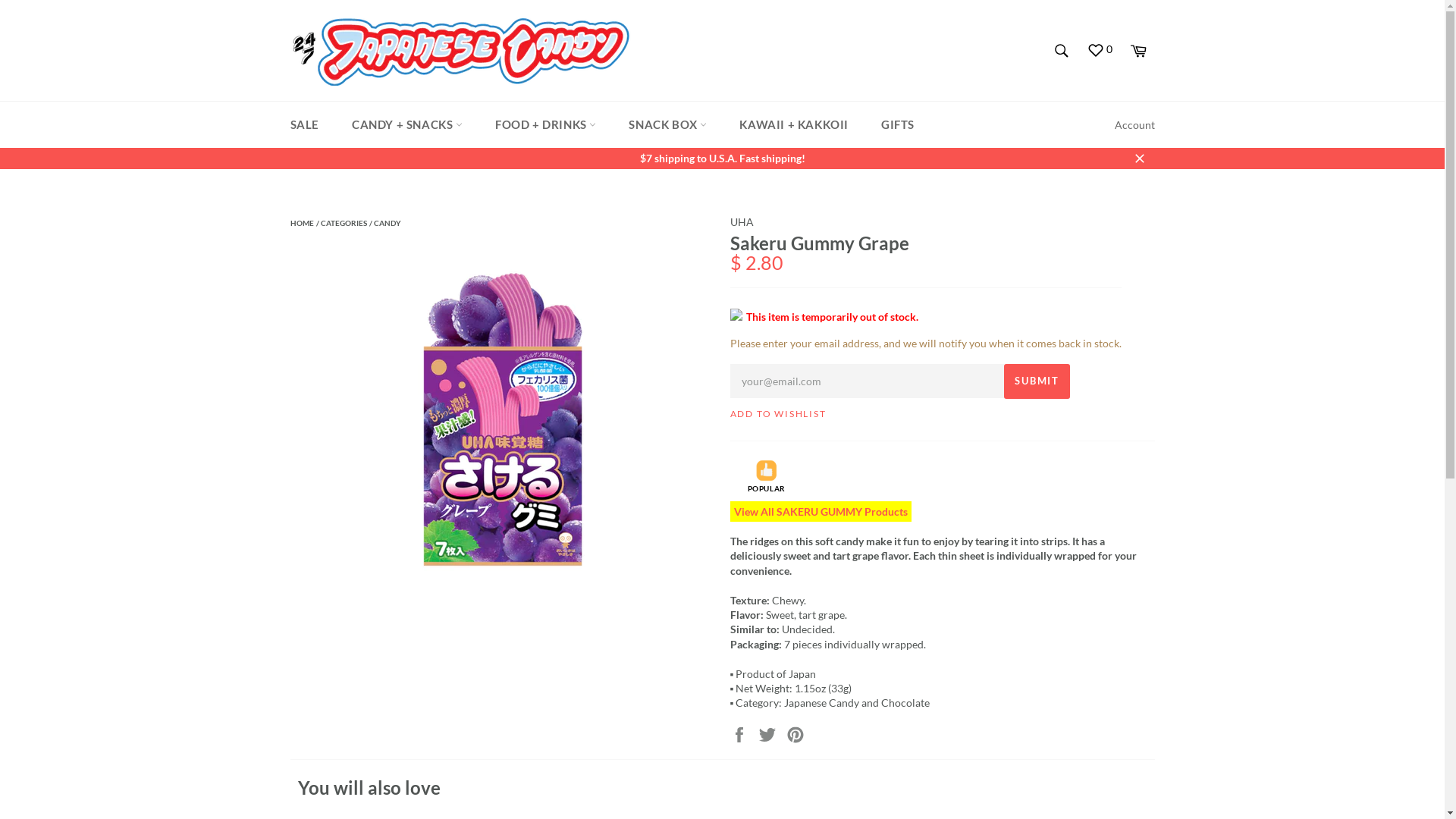 The width and height of the screenshot is (1456, 819). I want to click on 'Share on Facebook', so click(739, 732).